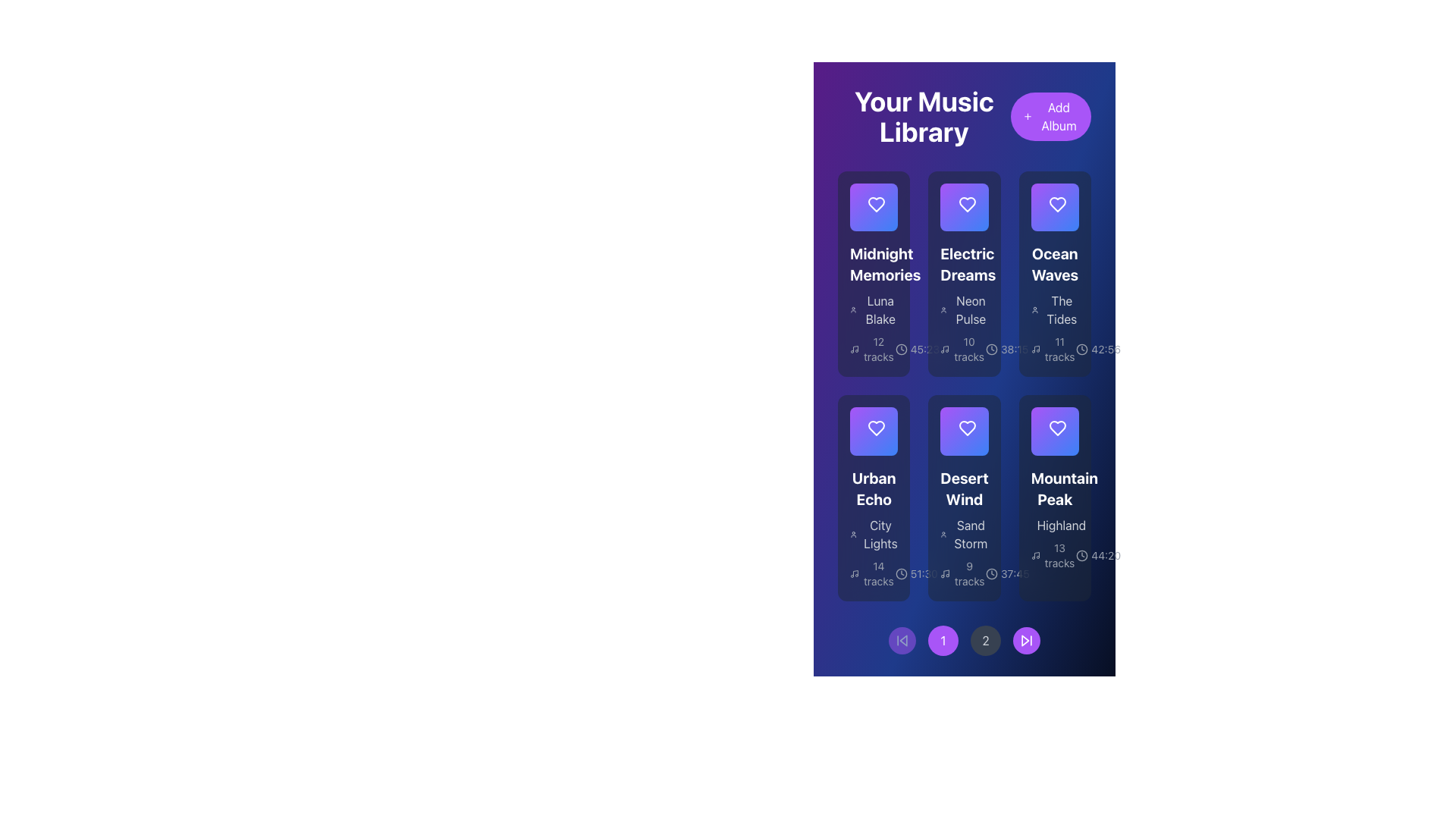 The width and height of the screenshot is (1456, 819). I want to click on the skip forward button, which is the rightmost circular control icon in the bottom section of the interface, so click(1026, 640).